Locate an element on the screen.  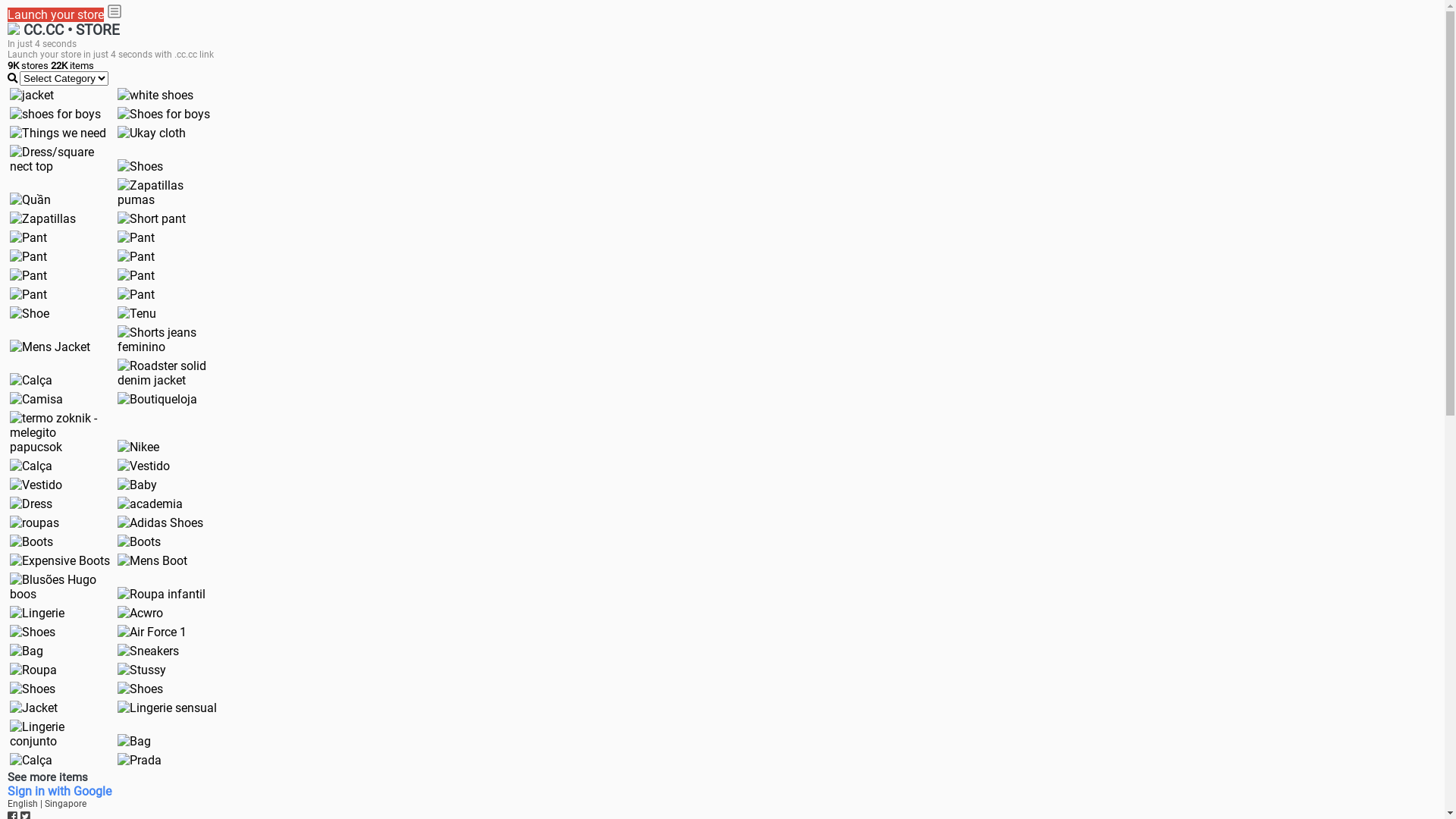
'Pant' is located at coordinates (136, 275).